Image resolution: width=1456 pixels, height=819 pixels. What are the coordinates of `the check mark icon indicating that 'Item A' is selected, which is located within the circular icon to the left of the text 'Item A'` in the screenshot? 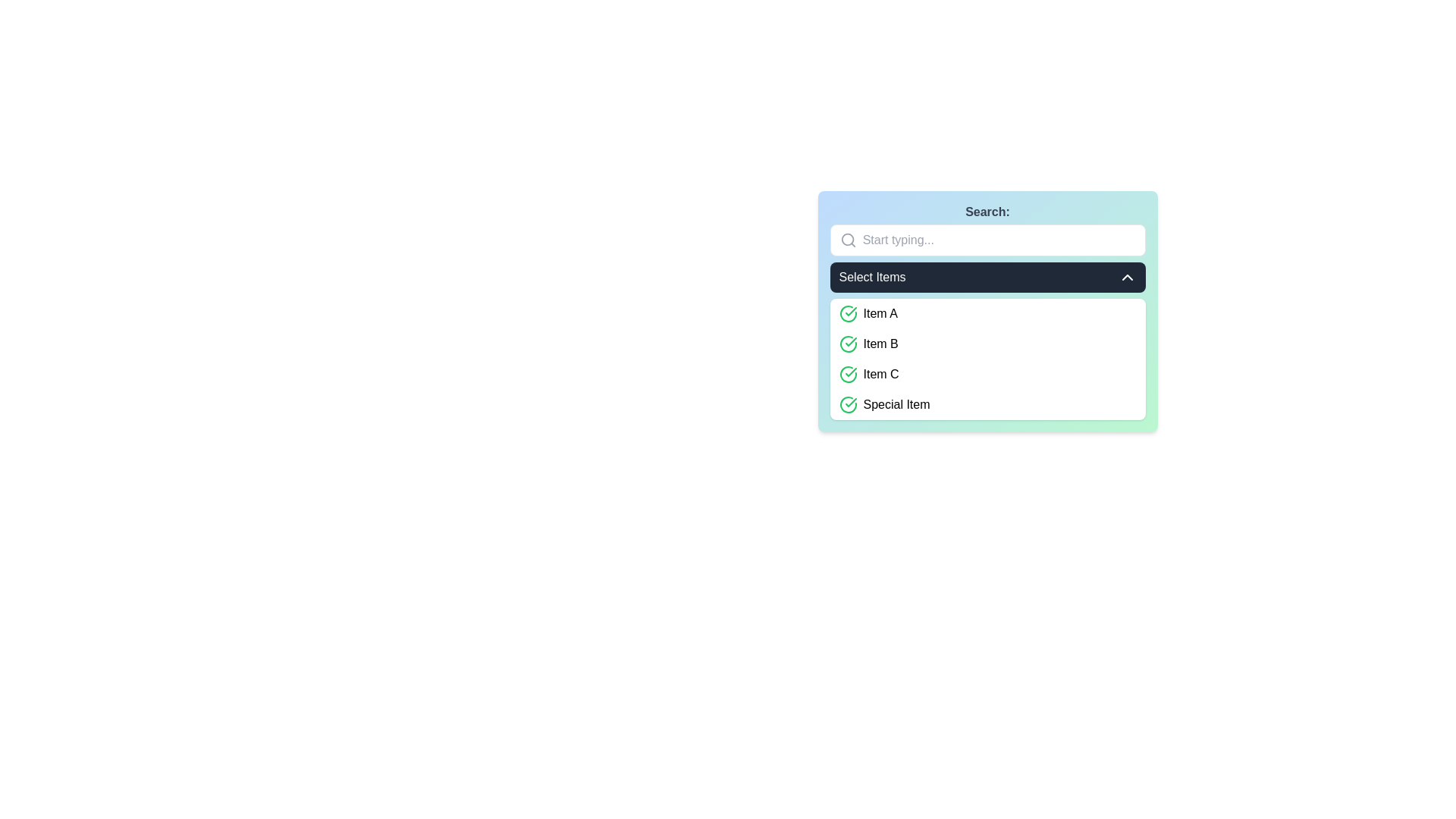 It's located at (851, 342).